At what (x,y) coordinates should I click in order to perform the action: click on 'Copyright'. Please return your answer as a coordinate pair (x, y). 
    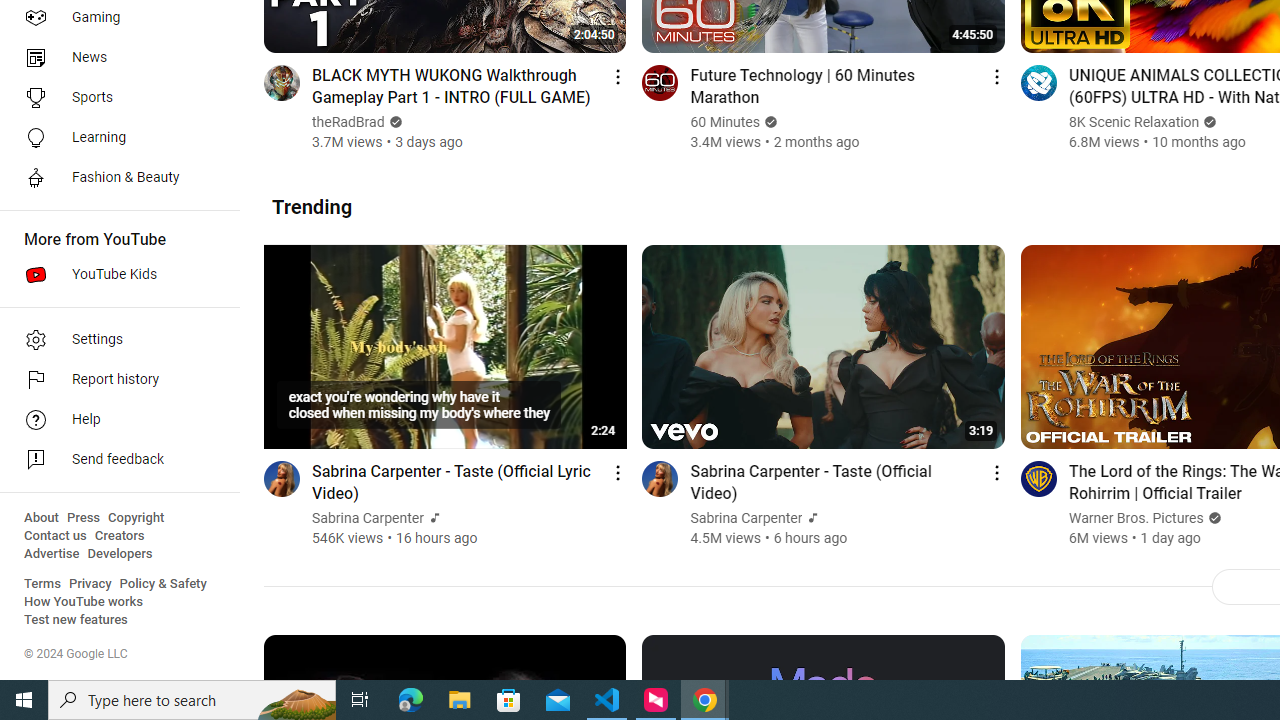
    Looking at the image, I should click on (135, 517).